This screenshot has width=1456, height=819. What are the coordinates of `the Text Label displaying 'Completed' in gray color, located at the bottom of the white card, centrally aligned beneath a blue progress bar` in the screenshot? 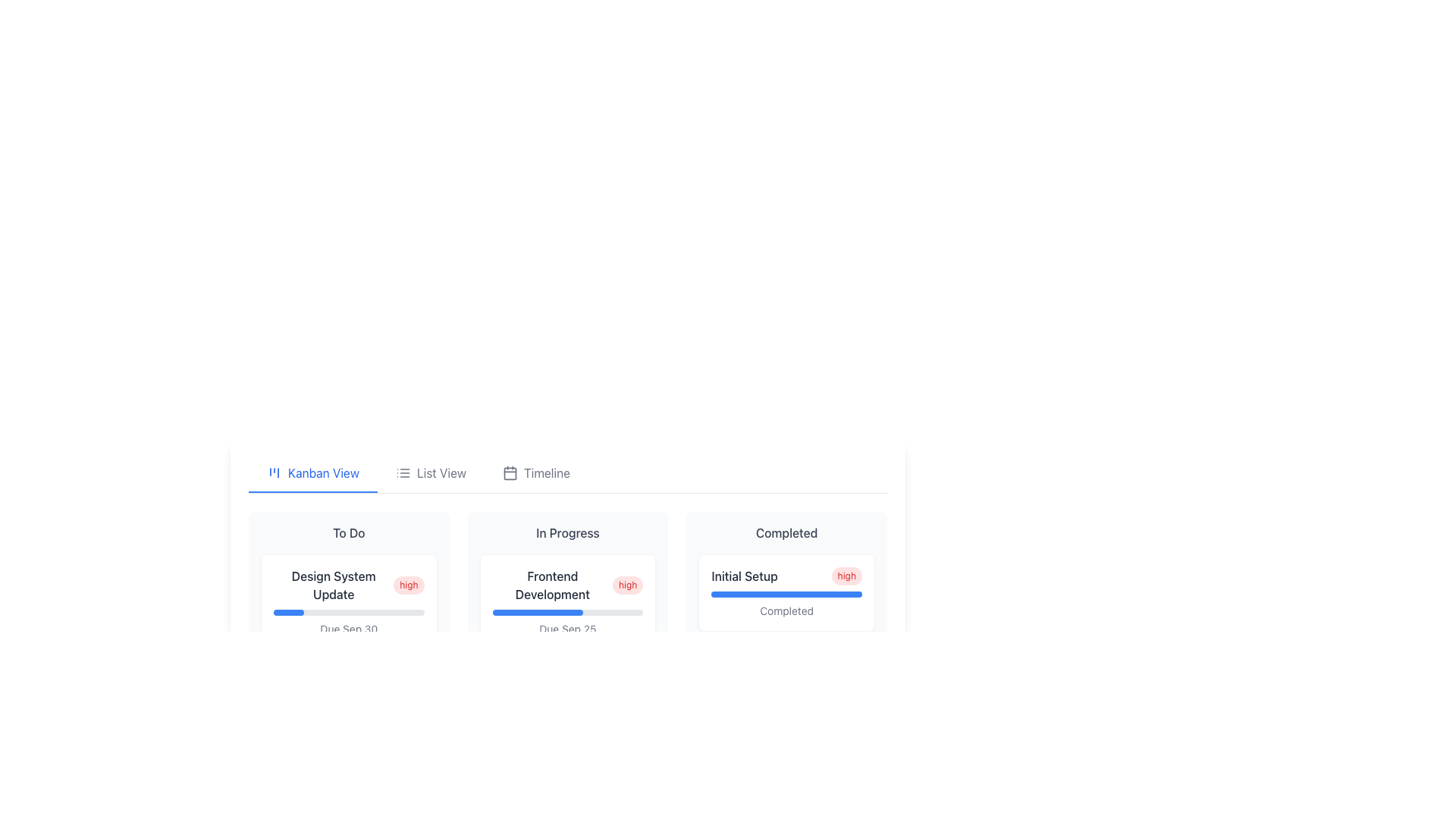 It's located at (786, 610).